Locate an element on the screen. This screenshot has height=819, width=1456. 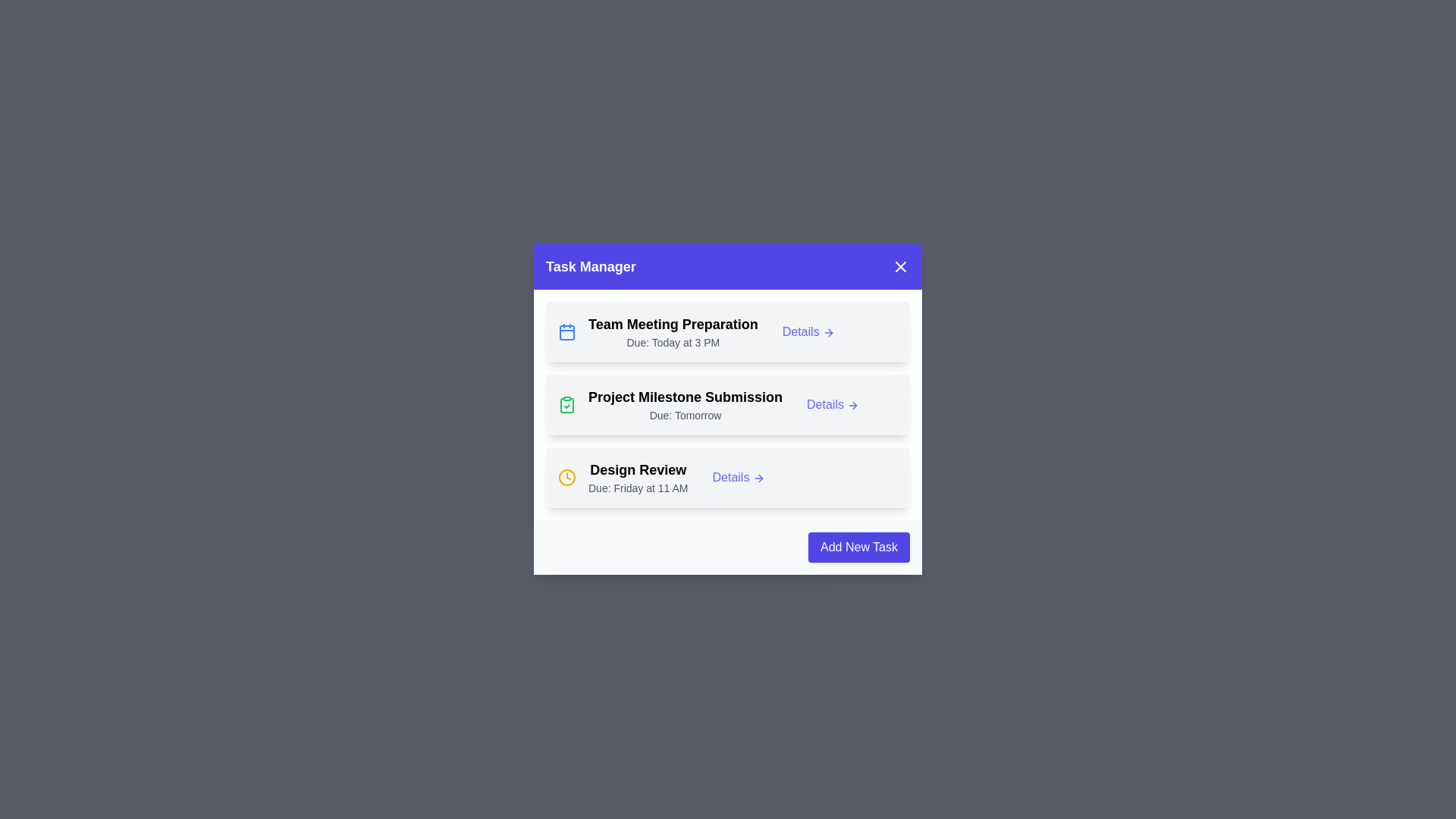
the text element that displays 'Project Milestone Submission' with the due date 'Due: Tomorrow', which is the second task entry in a vertical list of tasks is located at coordinates (684, 403).